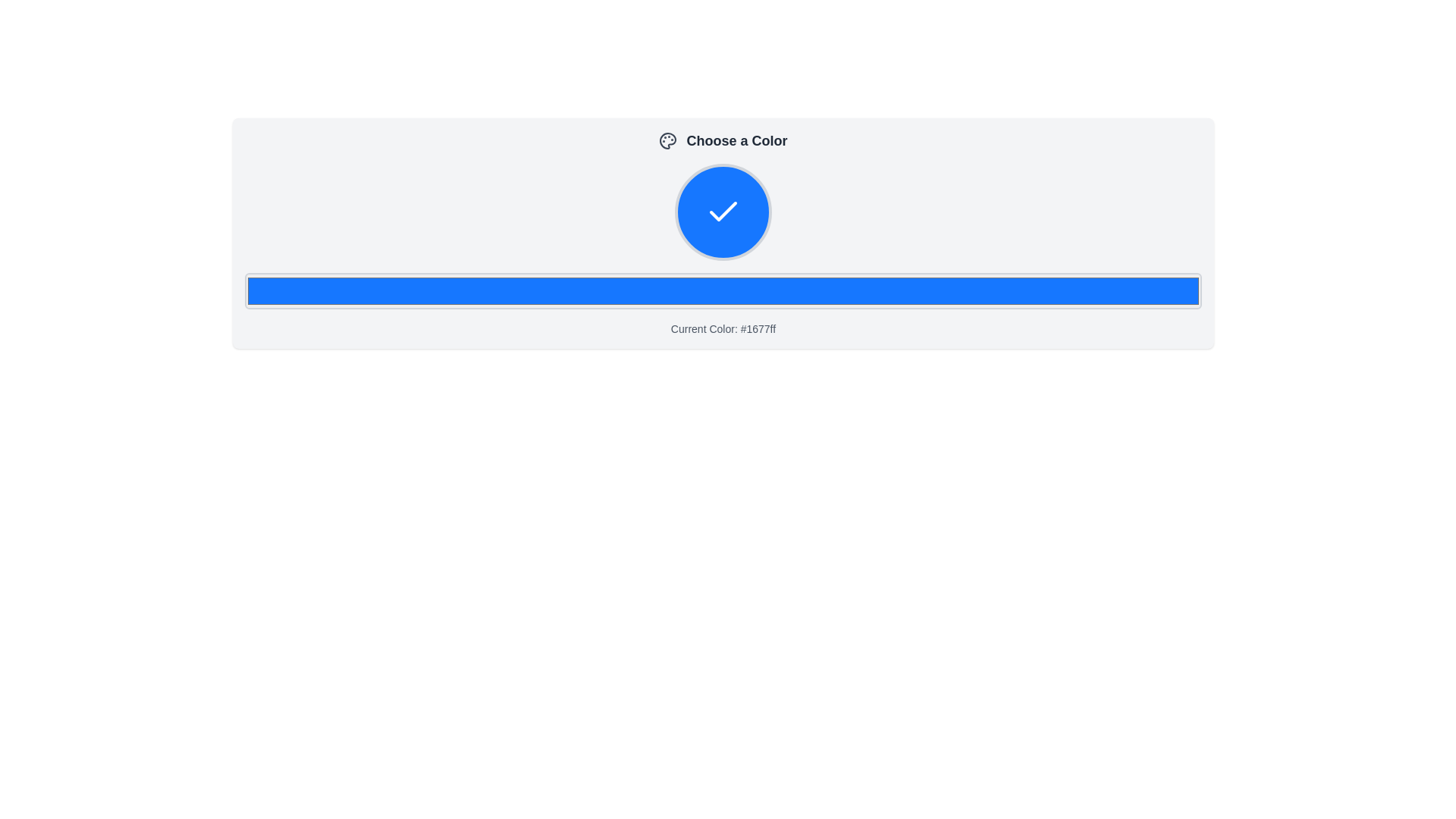  I want to click on the Text Label that serves as a heading for selecting a color, positioned above the circular button with a checkmark and to the right of the palette icon, so click(736, 140).